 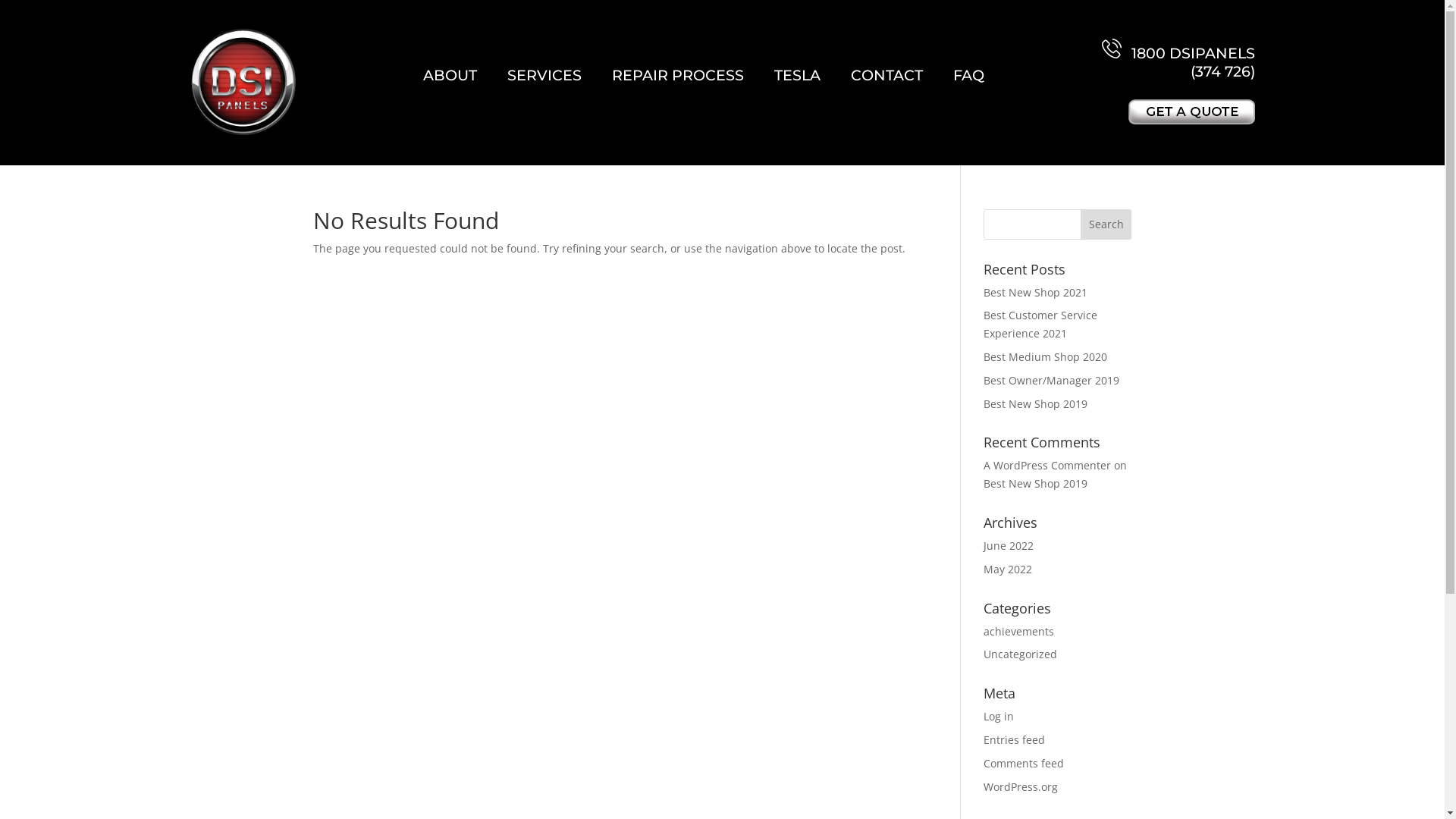 What do you see at coordinates (1020, 653) in the screenshot?
I see `'Uncategorized'` at bounding box center [1020, 653].